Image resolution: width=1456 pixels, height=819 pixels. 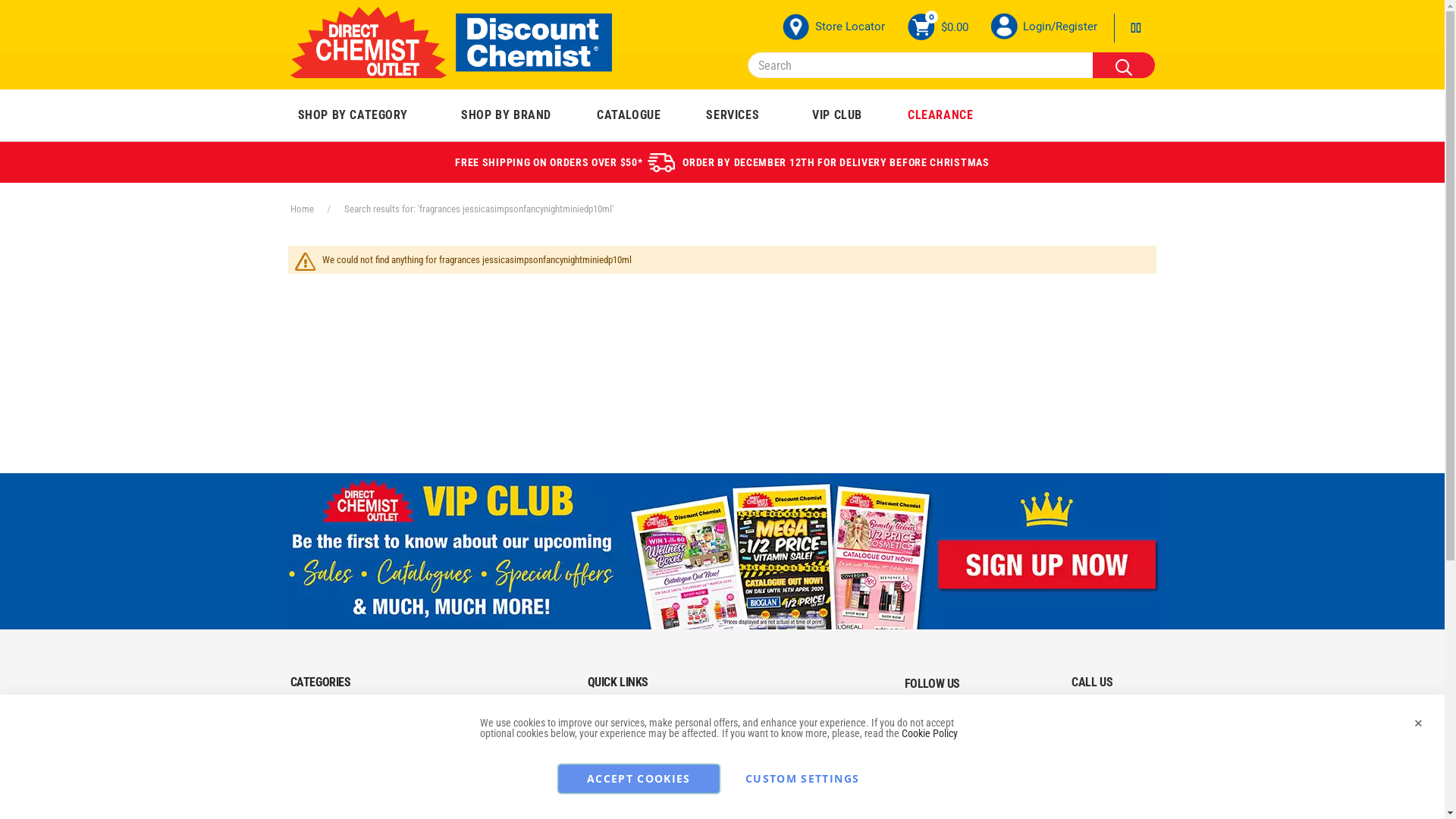 What do you see at coordinates (603, 717) in the screenshot?
I see `'About Us'` at bounding box center [603, 717].